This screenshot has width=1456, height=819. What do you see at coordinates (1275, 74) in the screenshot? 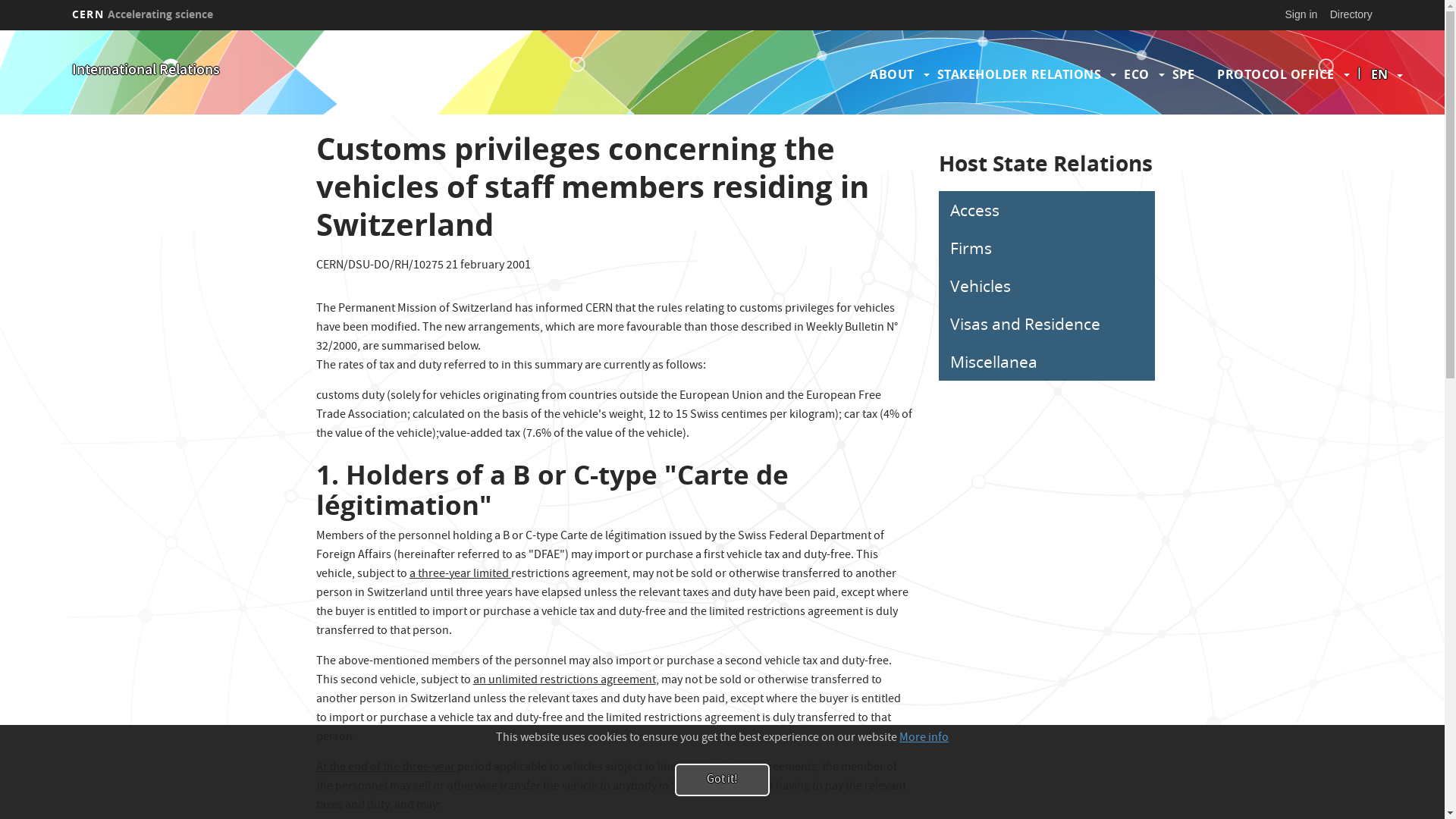
I see `'PROTOCOL OFFICE'` at bounding box center [1275, 74].